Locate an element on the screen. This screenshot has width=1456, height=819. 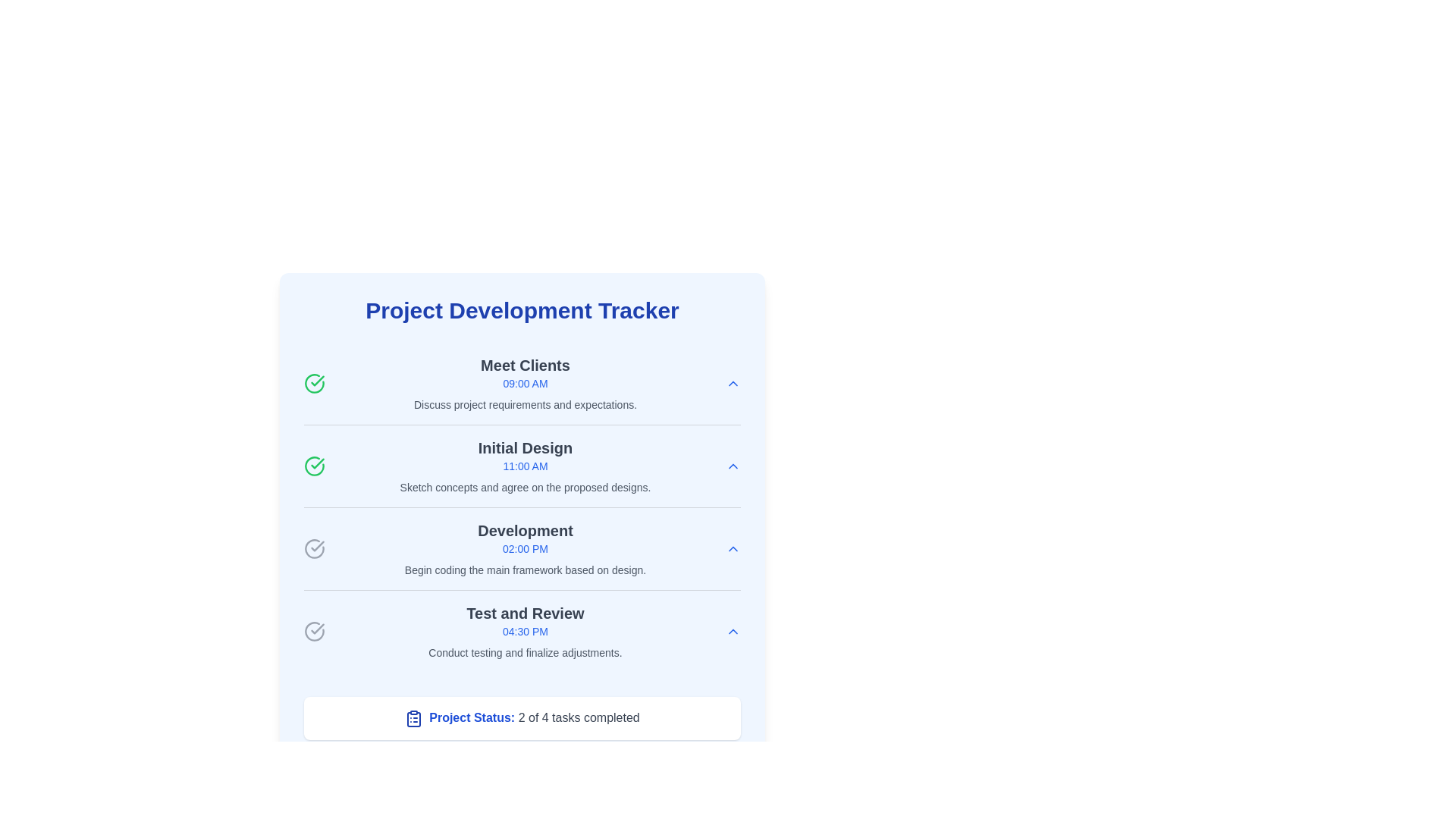
the first task information display block is located at coordinates (525, 382).